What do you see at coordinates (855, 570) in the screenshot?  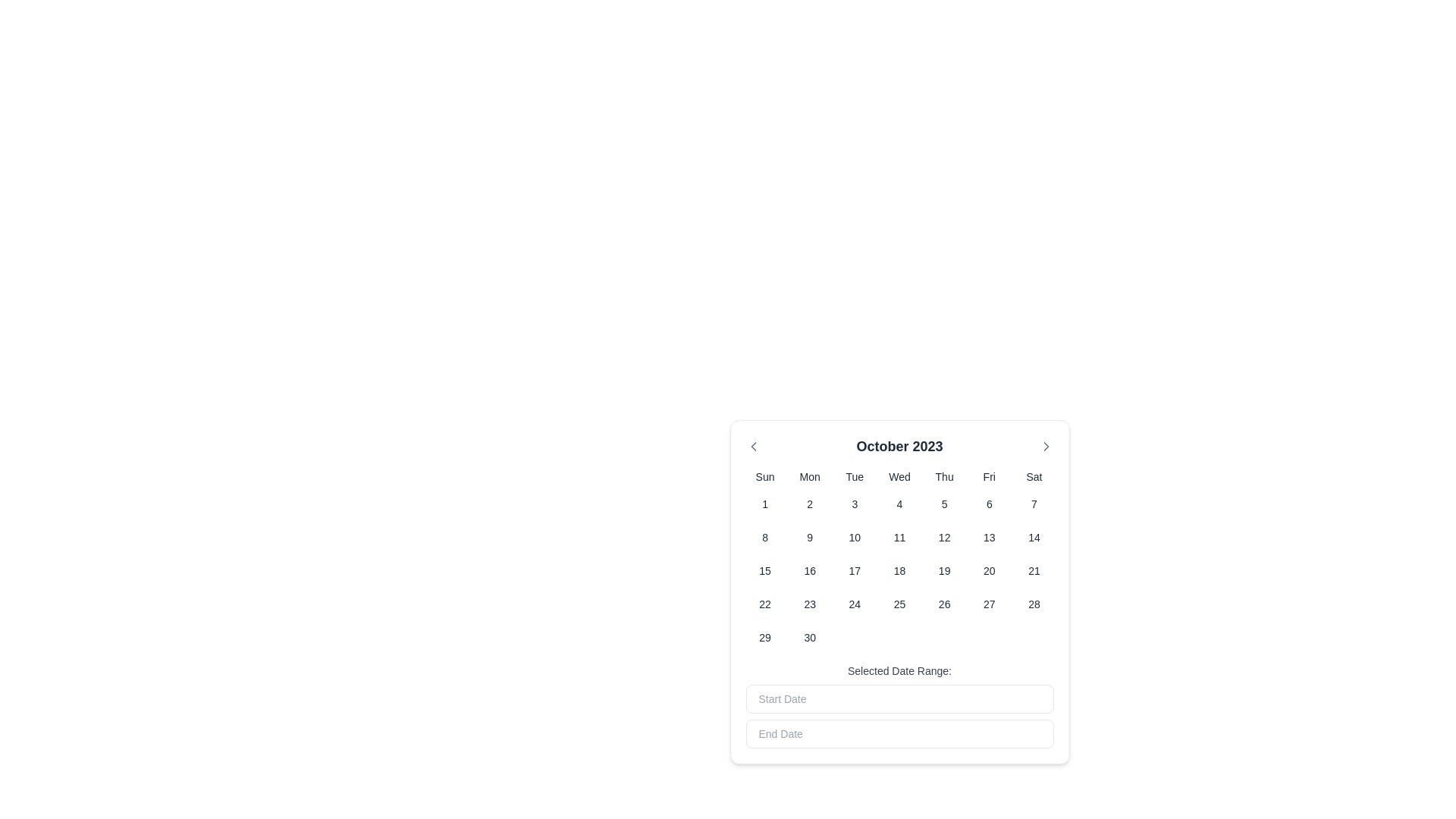 I see `the small, square button with a rounded border displaying the number '17' in dark gray, located in the third column of the third row under 'Tue'` at bounding box center [855, 570].